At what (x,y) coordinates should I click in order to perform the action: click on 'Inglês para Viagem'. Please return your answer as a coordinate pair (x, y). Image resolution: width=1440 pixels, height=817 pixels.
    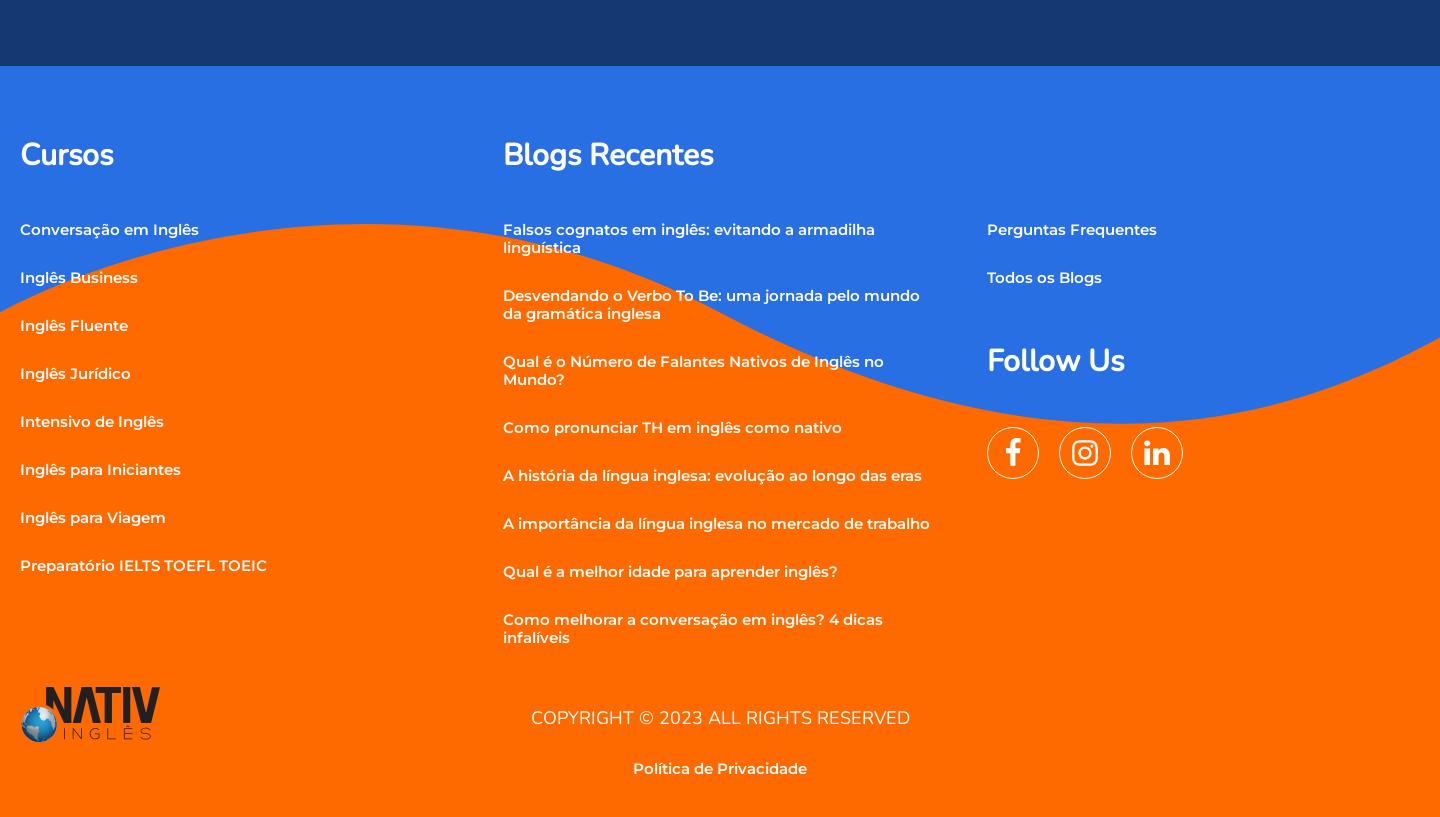
    Looking at the image, I should click on (93, 515).